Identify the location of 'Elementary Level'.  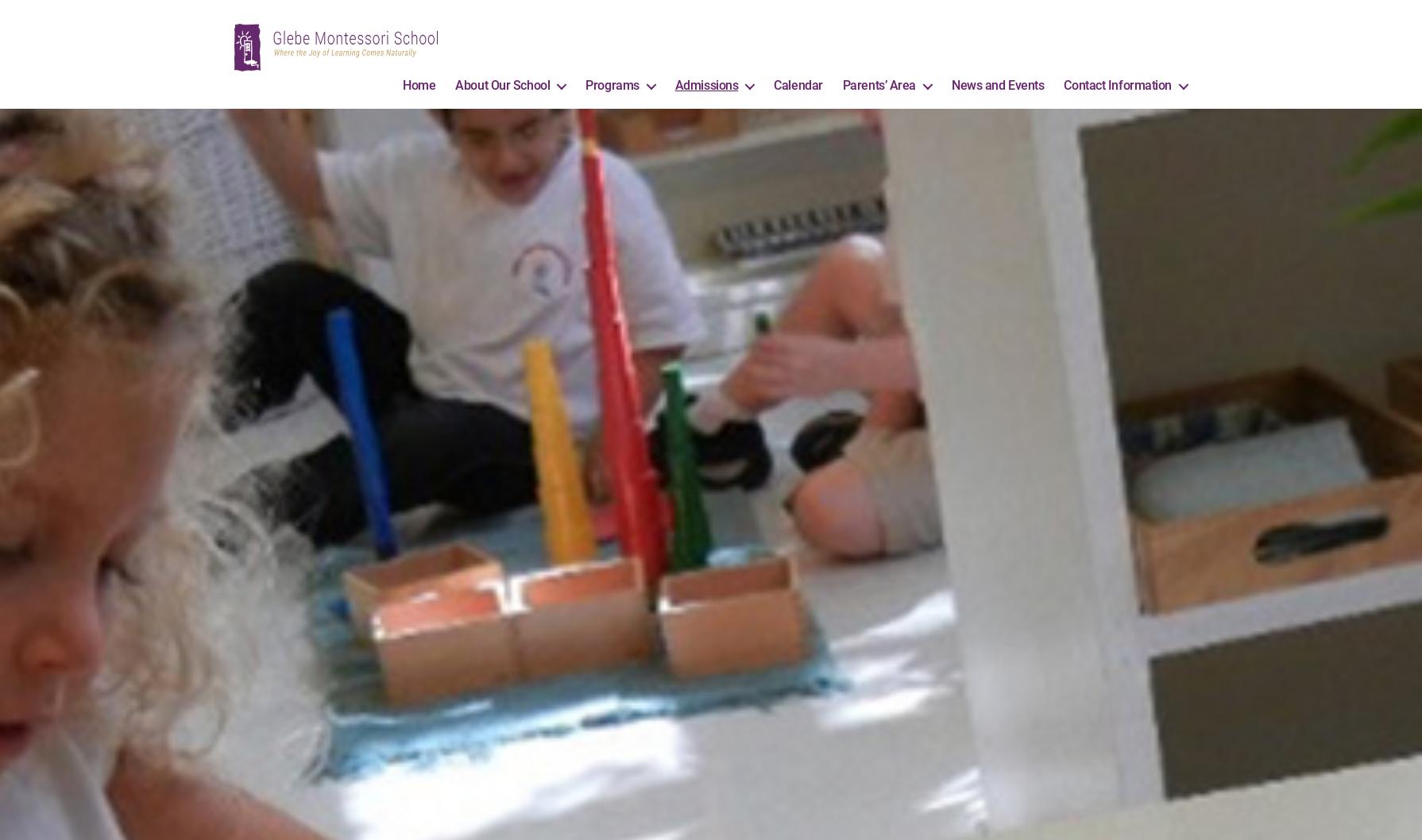
(471, 600).